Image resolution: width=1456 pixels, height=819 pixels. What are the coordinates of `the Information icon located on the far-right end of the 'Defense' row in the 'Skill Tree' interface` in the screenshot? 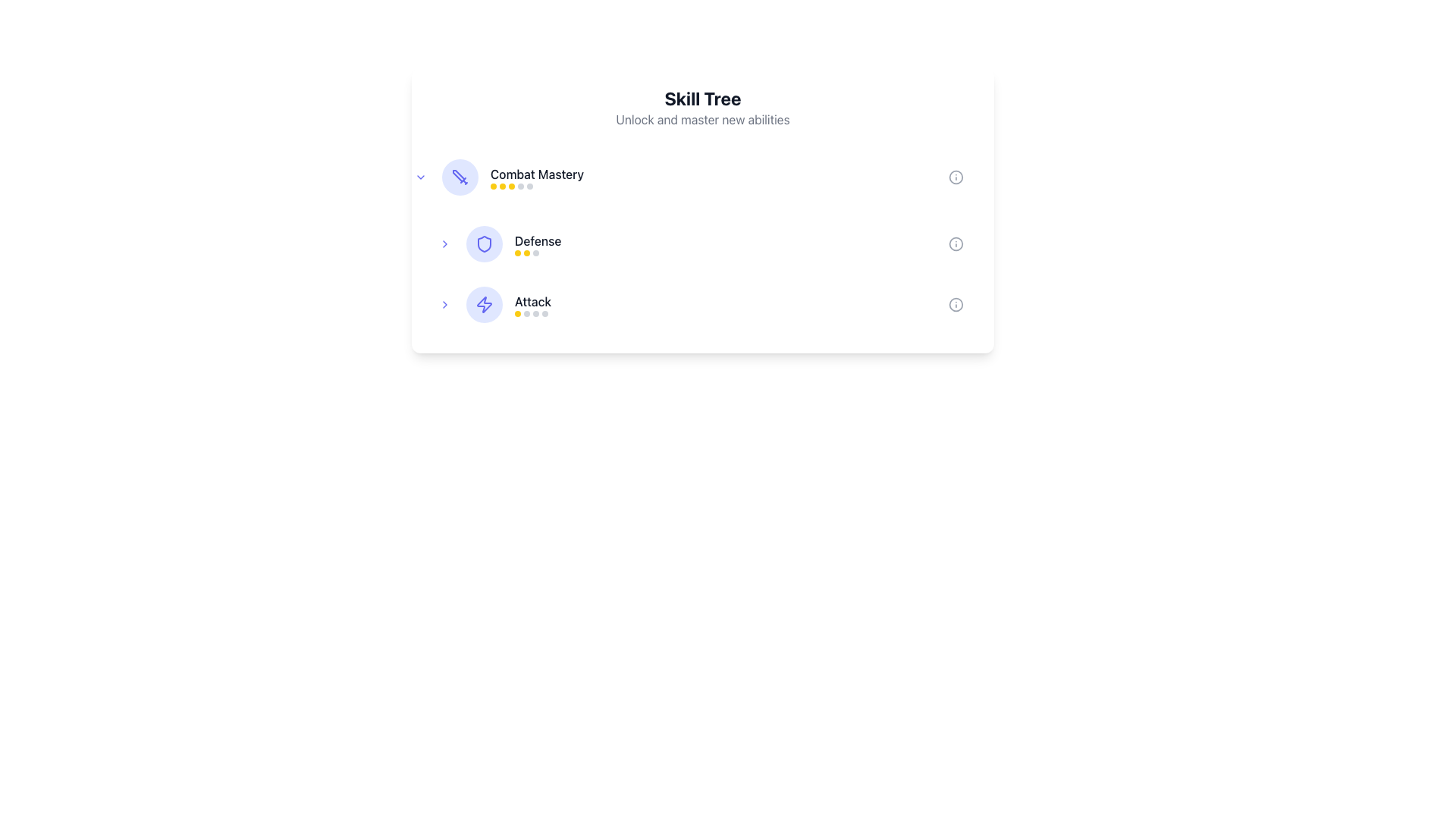 It's located at (955, 243).